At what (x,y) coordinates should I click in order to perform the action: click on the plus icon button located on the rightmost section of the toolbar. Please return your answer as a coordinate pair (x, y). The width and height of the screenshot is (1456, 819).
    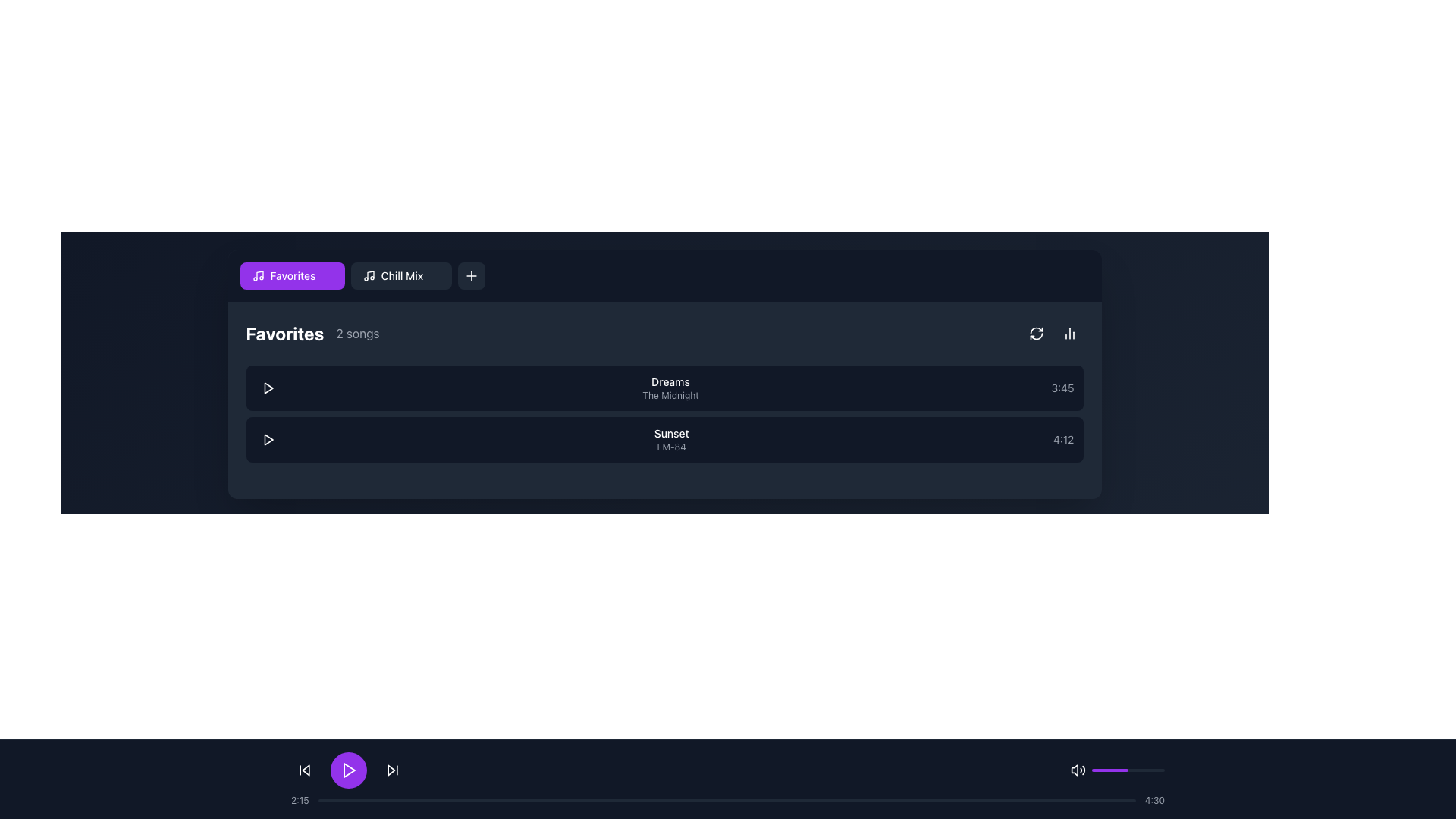
    Looking at the image, I should click on (471, 275).